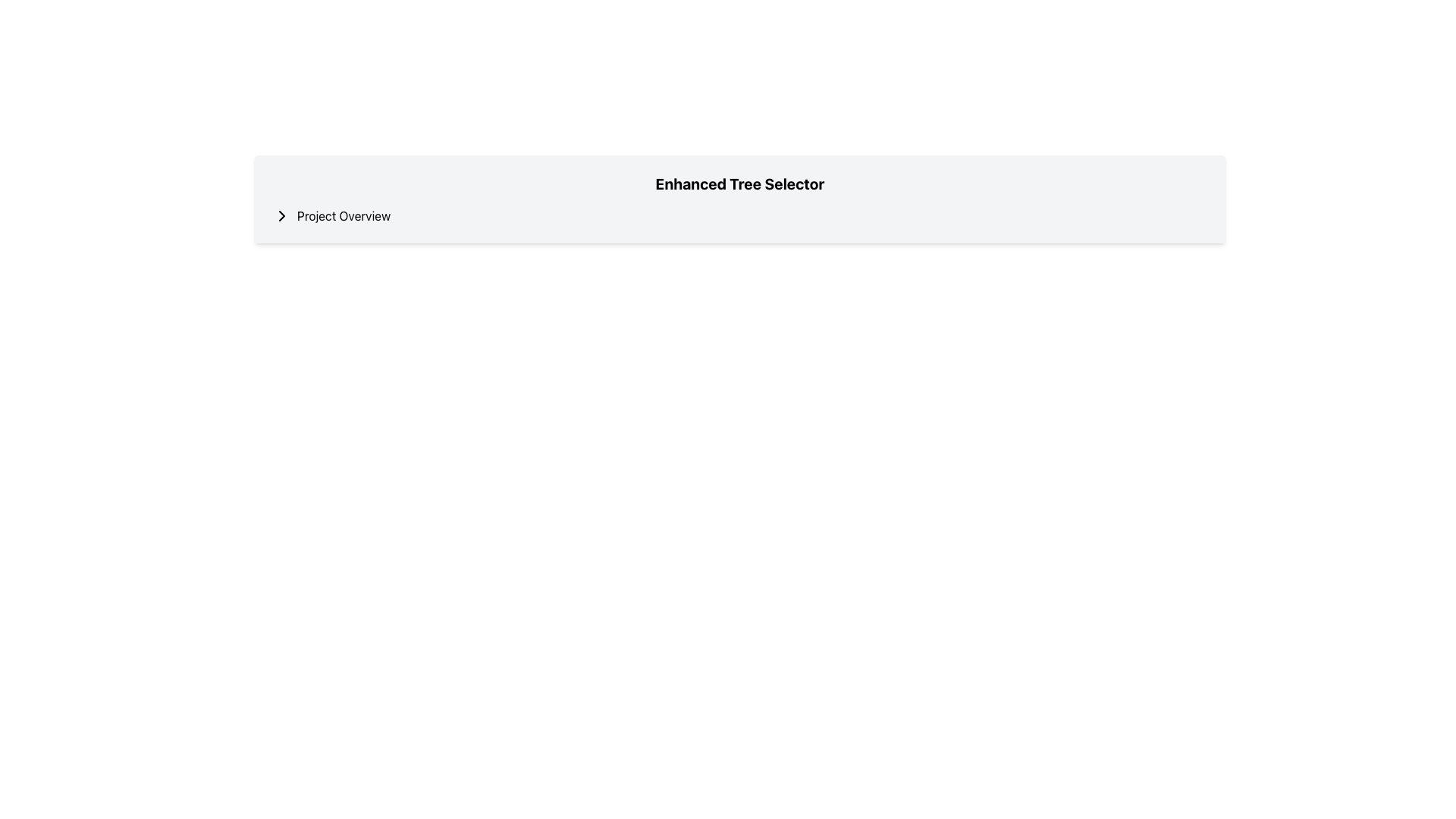 Image resolution: width=1456 pixels, height=819 pixels. Describe the element at coordinates (282, 216) in the screenshot. I see `the navigational icon located immediately to the left of the 'Project Overview' text` at that location.